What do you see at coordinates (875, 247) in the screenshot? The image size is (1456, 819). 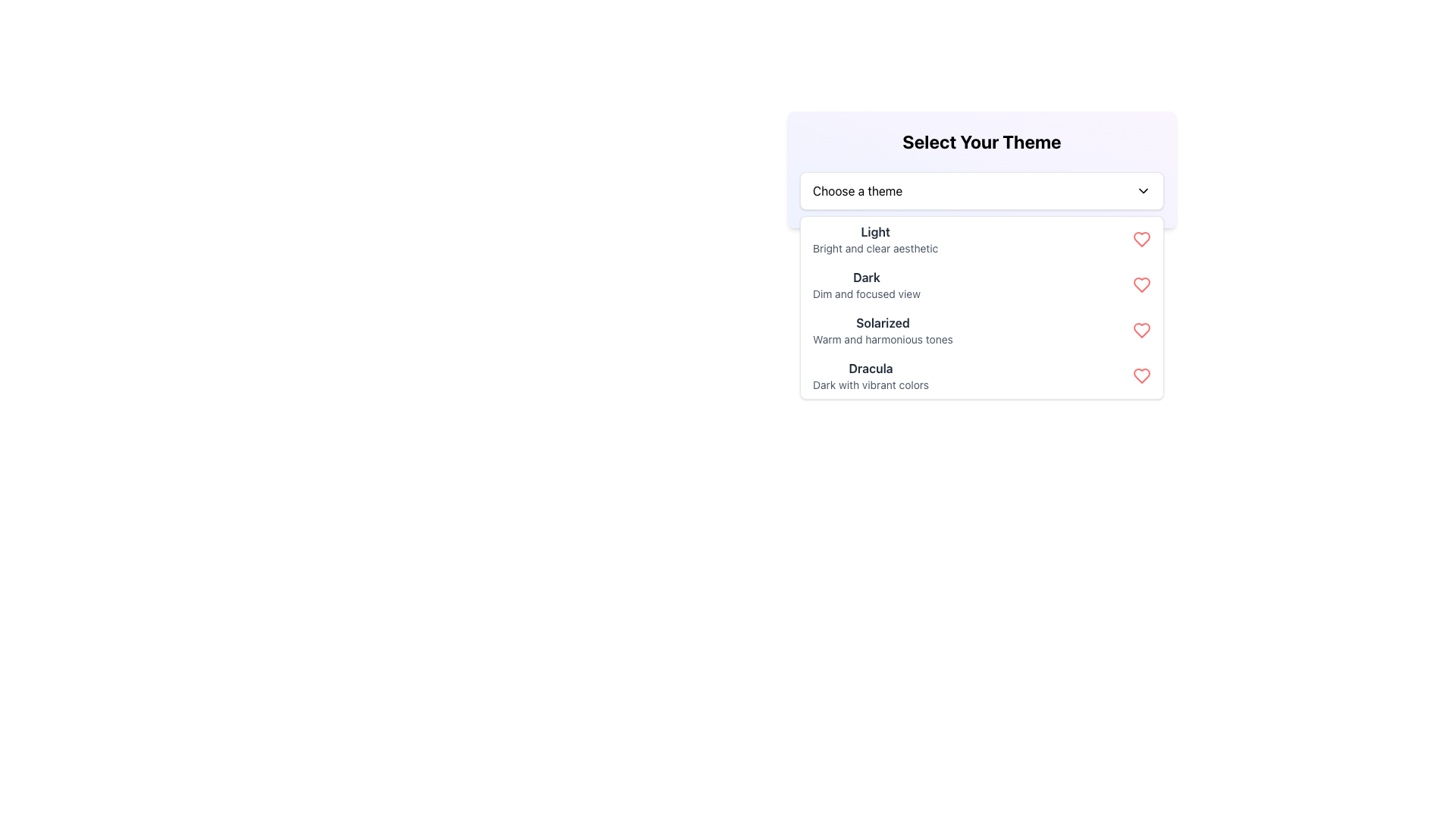 I see `the text label reading 'Bright and clear aesthetic', which is styled in gray and located directly below the 'Light' theme option in the dropdown menu` at bounding box center [875, 247].